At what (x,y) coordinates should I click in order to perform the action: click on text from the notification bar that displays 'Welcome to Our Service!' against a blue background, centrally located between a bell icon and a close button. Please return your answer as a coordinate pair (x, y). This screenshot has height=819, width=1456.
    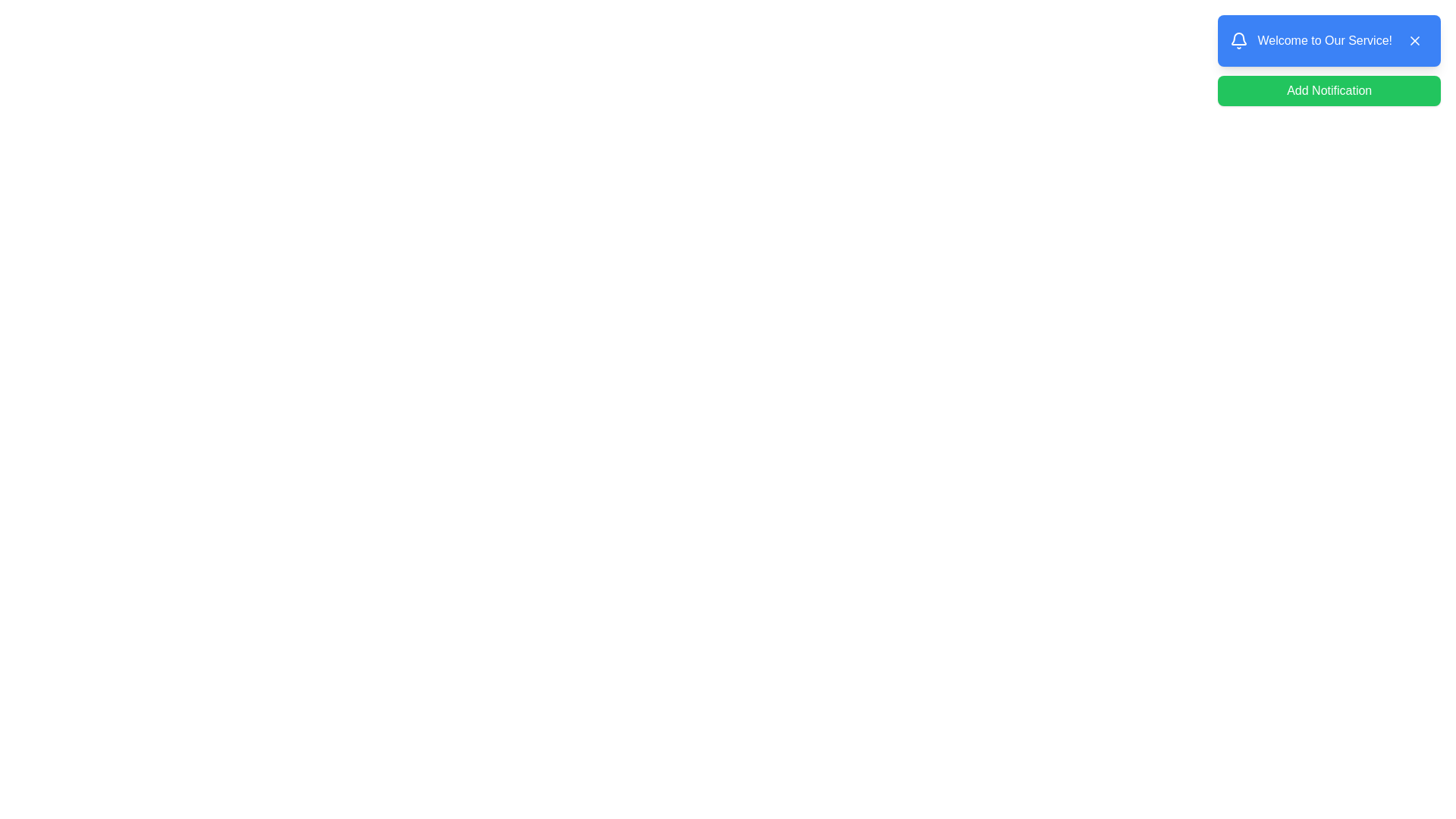
    Looking at the image, I should click on (1324, 40).